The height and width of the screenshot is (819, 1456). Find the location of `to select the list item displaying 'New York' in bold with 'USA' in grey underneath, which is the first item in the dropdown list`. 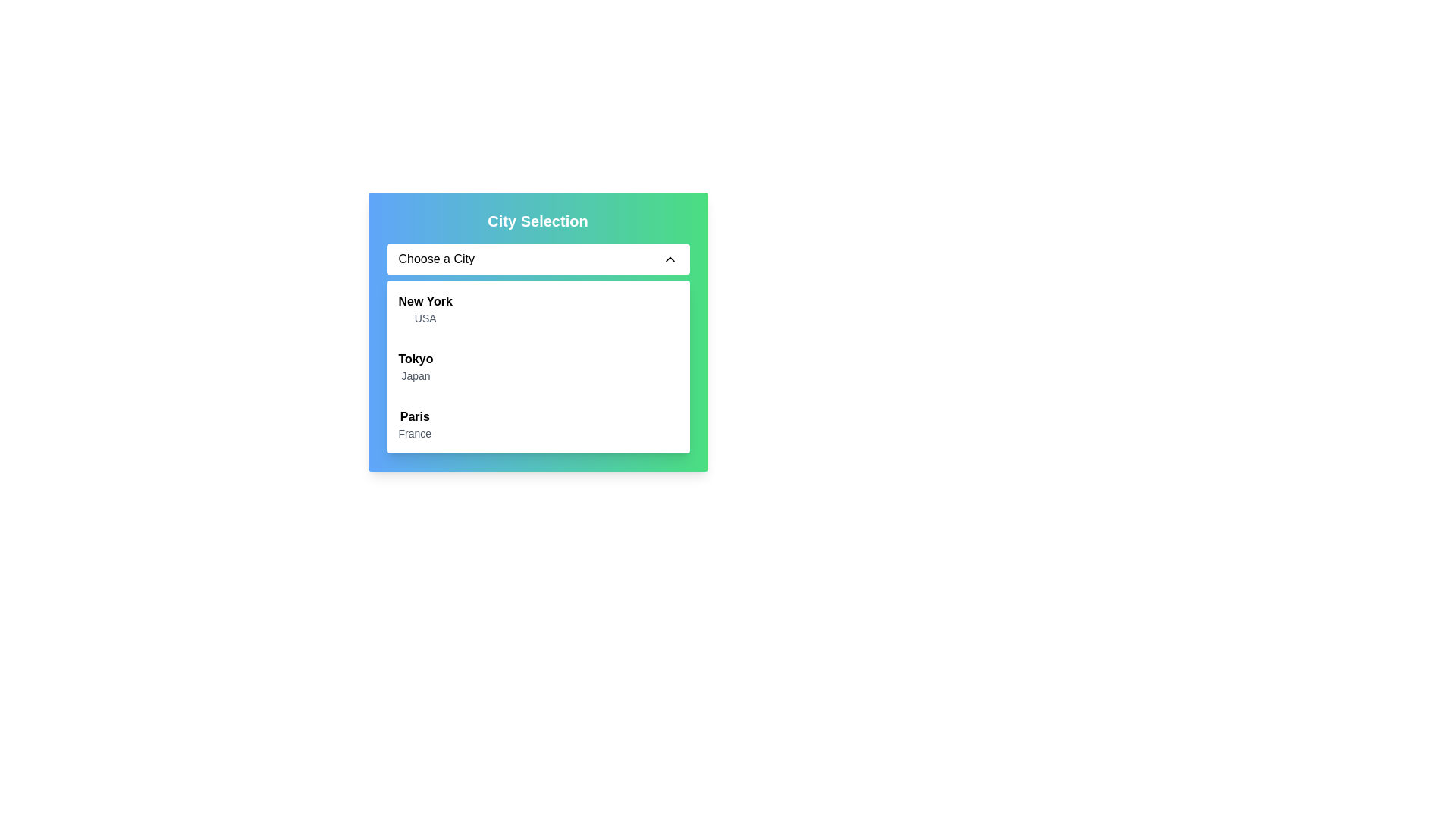

to select the list item displaying 'New York' in bold with 'USA' in grey underneath, which is the first item in the dropdown list is located at coordinates (538, 309).